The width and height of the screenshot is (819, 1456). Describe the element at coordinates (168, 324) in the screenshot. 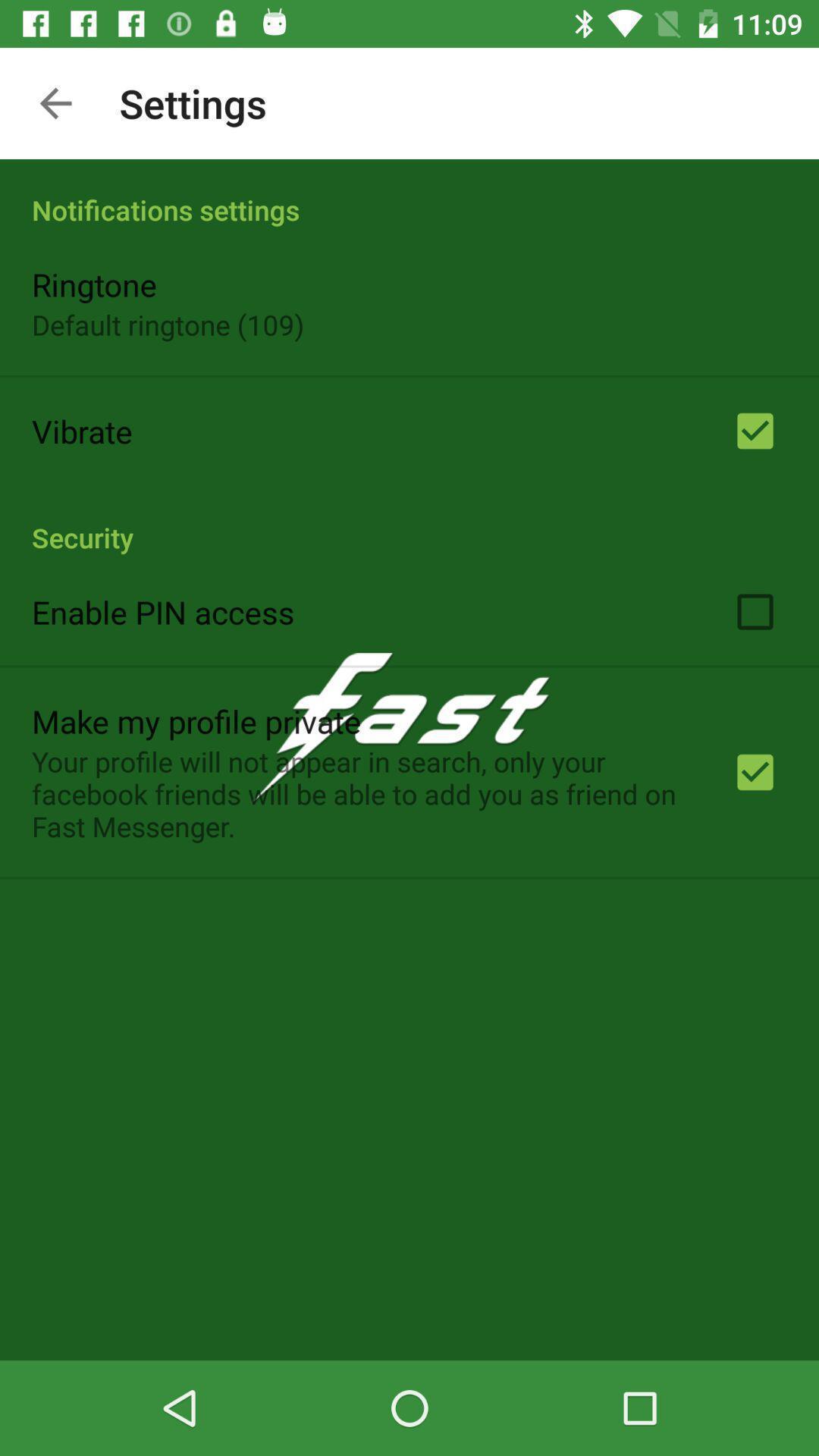

I see `the item below ringtone` at that location.